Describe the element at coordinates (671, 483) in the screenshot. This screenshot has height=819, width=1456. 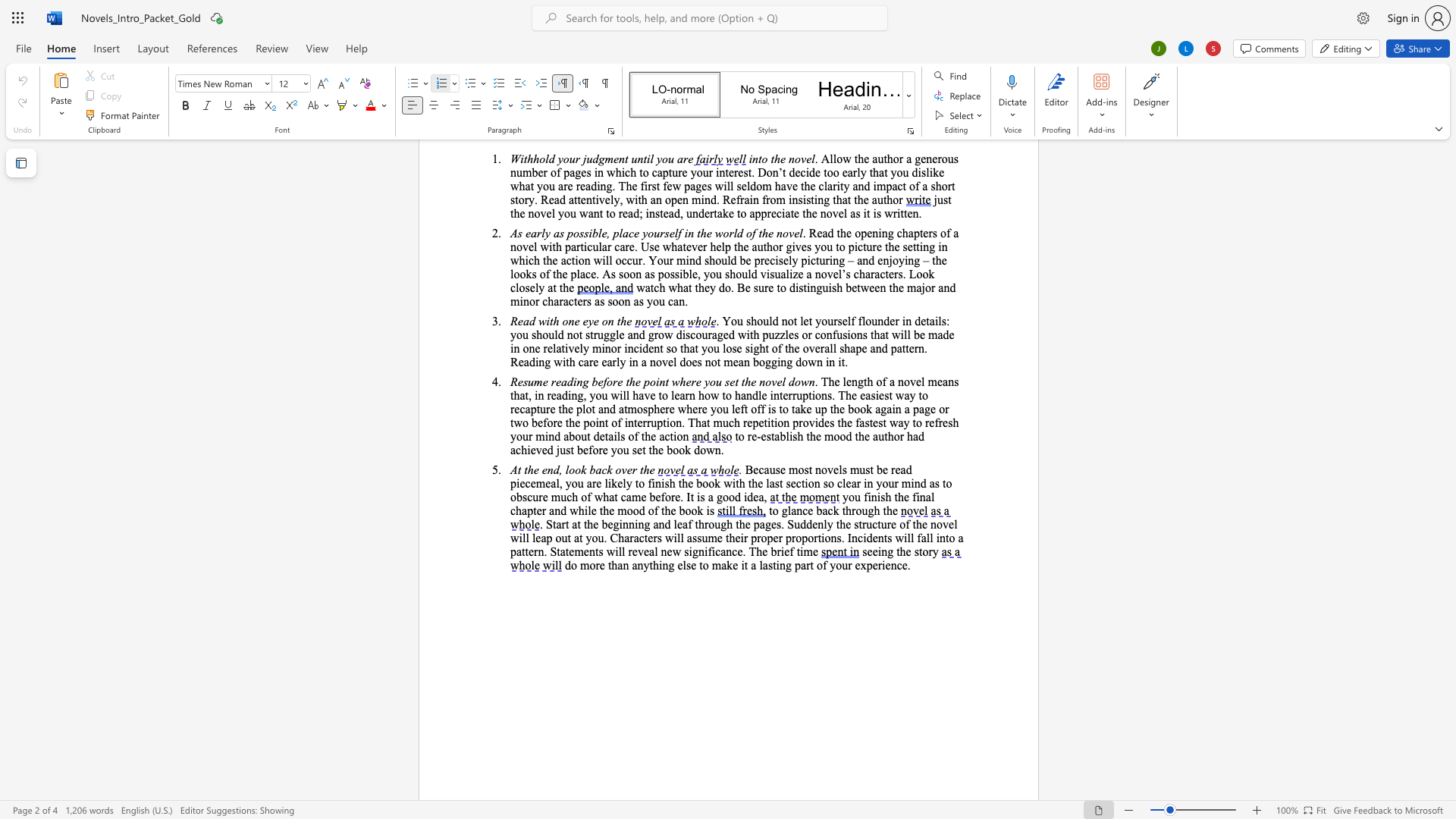
I see `the 1th character "h" in the text` at that location.